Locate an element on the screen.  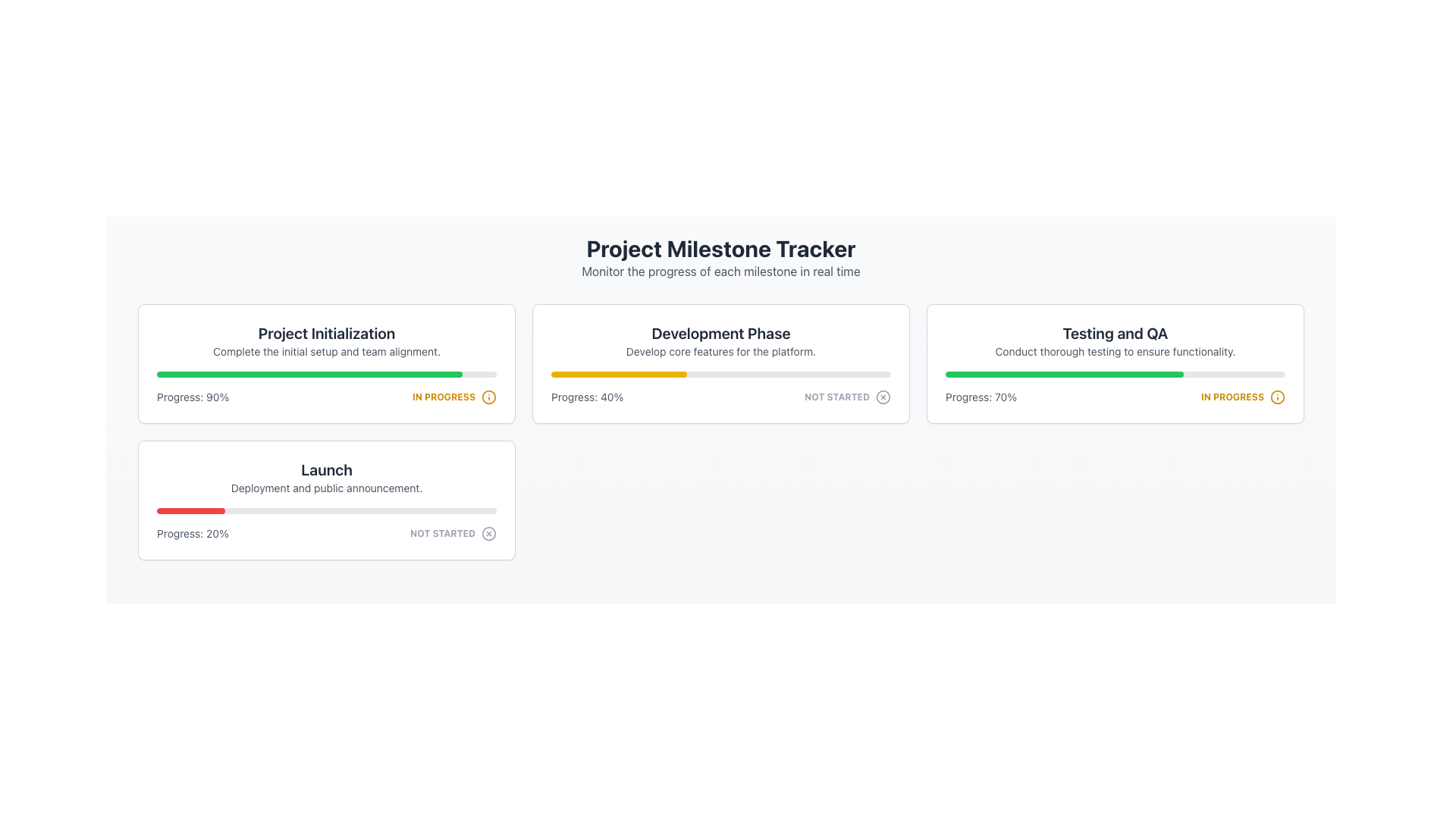
the 'In Progress' status label with the accompanying icon located in the 'Progress: 90%' section of the 'Project Initialization' card is located at coordinates (453, 397).